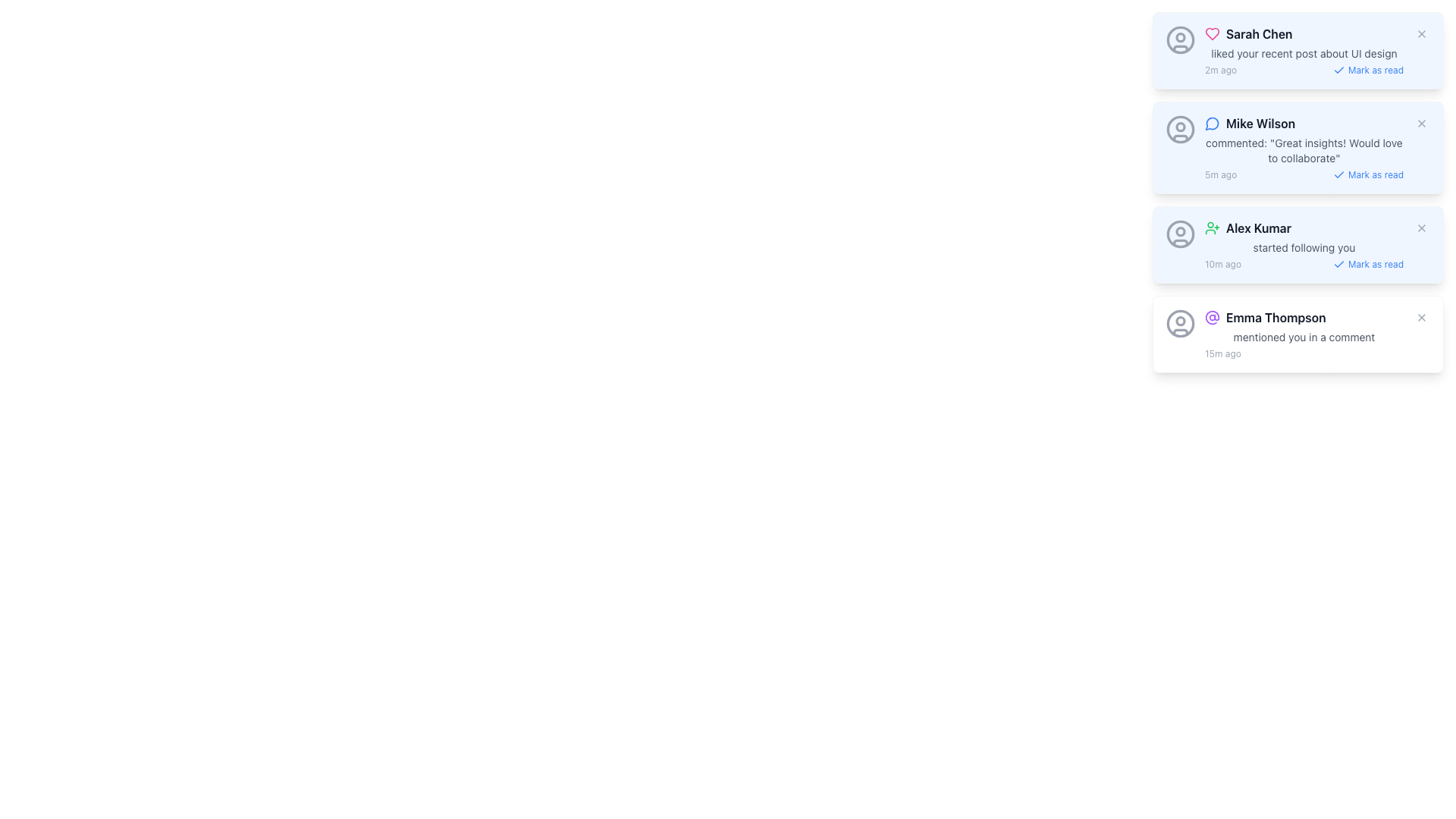 The image size is (1456, 819). What do you see at coordinates (1222, 263) in the screenshot?
I see `the informational text label indicating the time elapsed since the notification event occurred, located at the bottom-left side of the notification card for the event by Alex Kumar` at bounding box center [1222, 263].